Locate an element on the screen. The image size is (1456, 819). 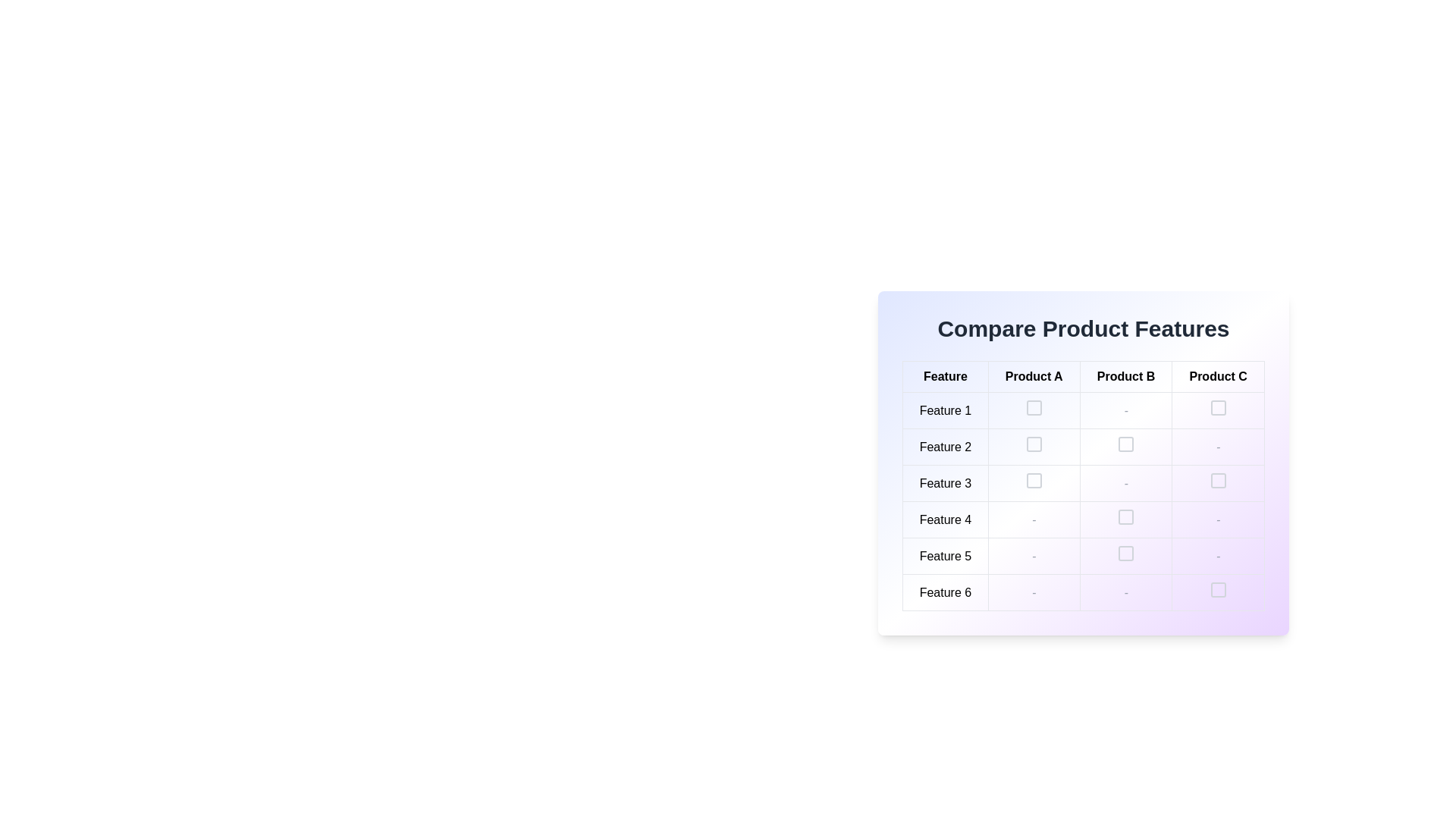
the empty checkbox located in the 4th column under 'Product C' heading, aligned with the 'Feature 1' row is located at coordinates (1218, 410).